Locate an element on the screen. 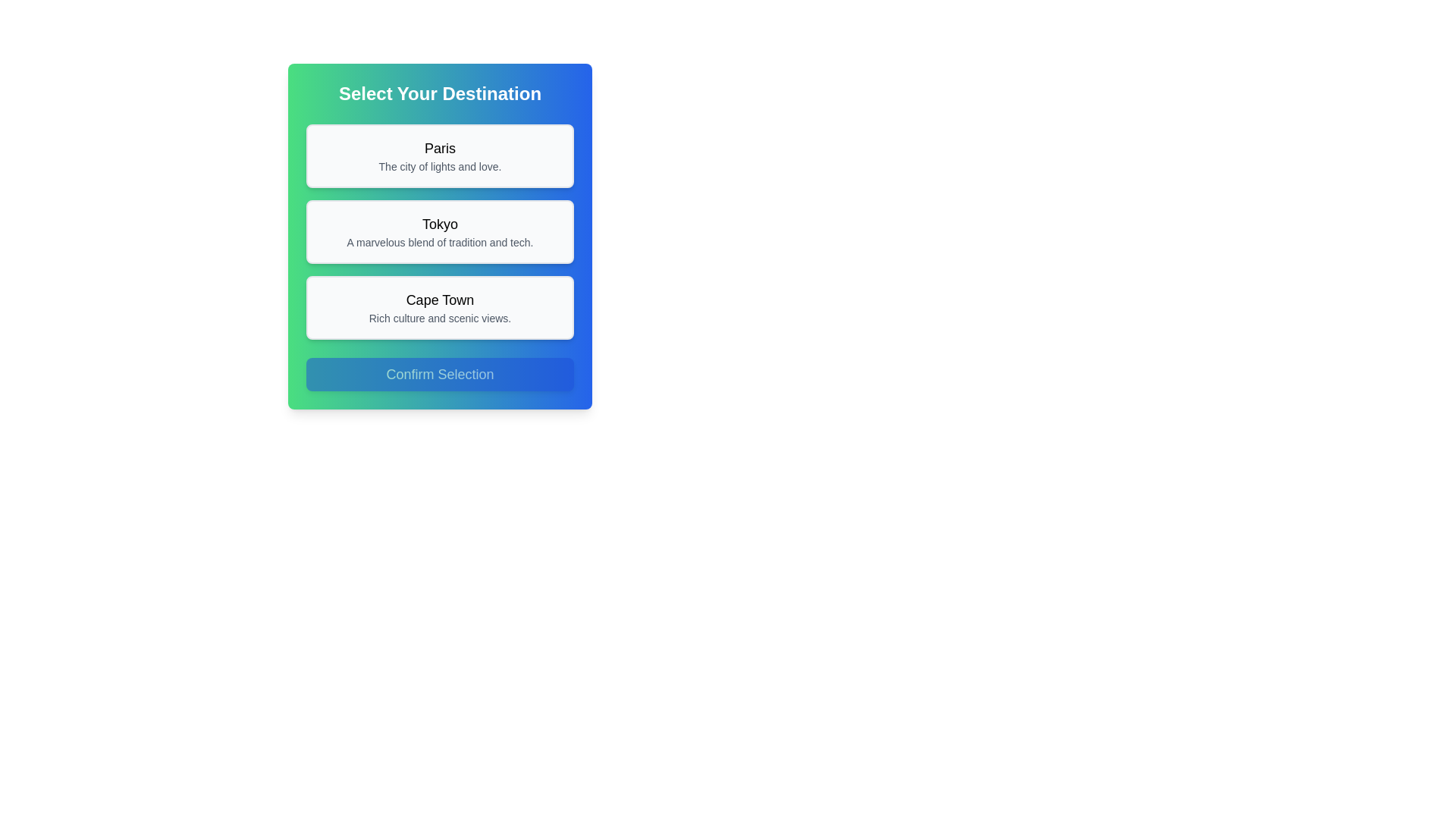  to select the Information card displaying details about the destination 'Paris', which is the first card in a vertical list of options is located at coordinates (439, 155).